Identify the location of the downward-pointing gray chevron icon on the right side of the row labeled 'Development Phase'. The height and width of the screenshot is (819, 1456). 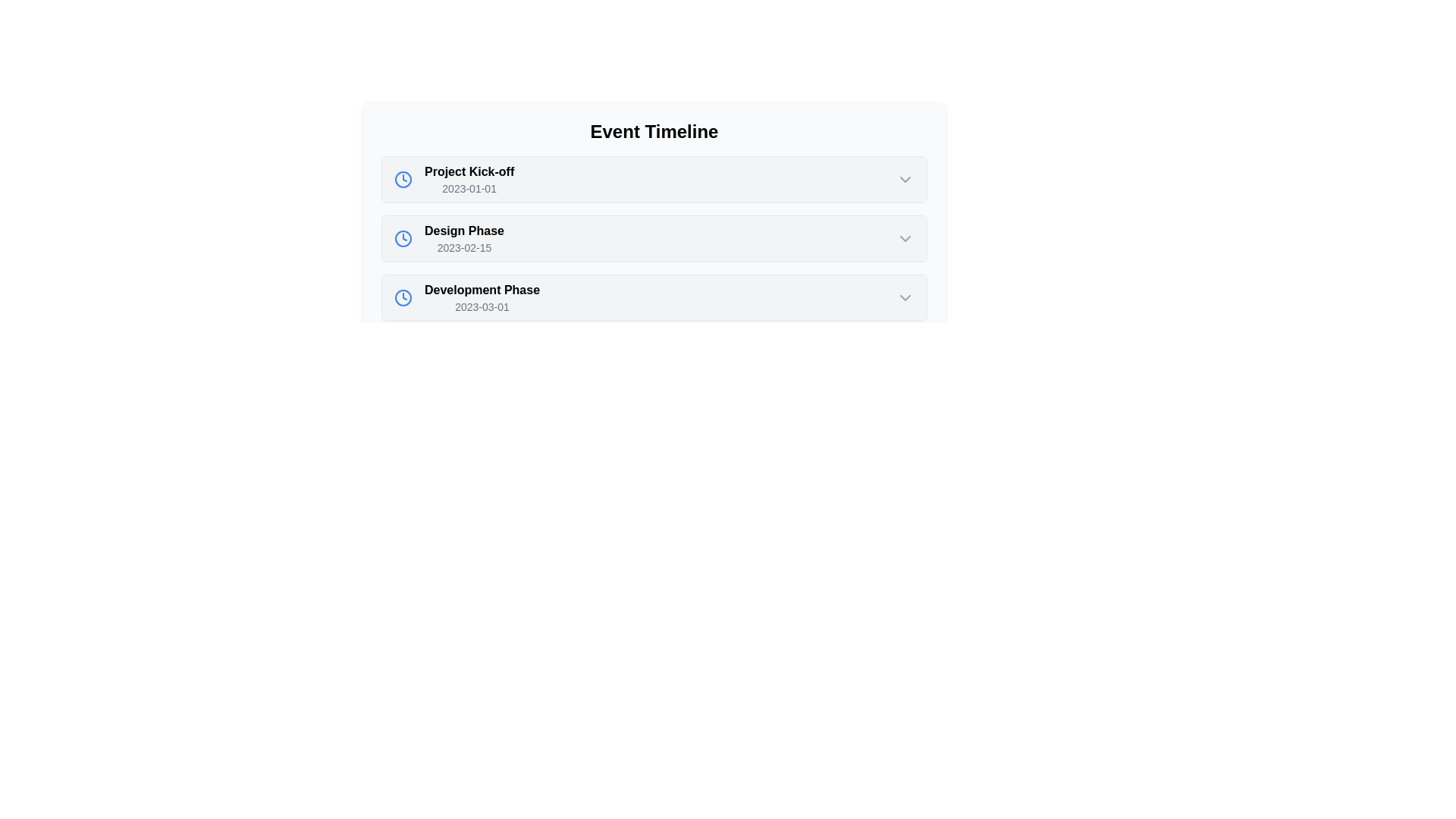
(905, 298).